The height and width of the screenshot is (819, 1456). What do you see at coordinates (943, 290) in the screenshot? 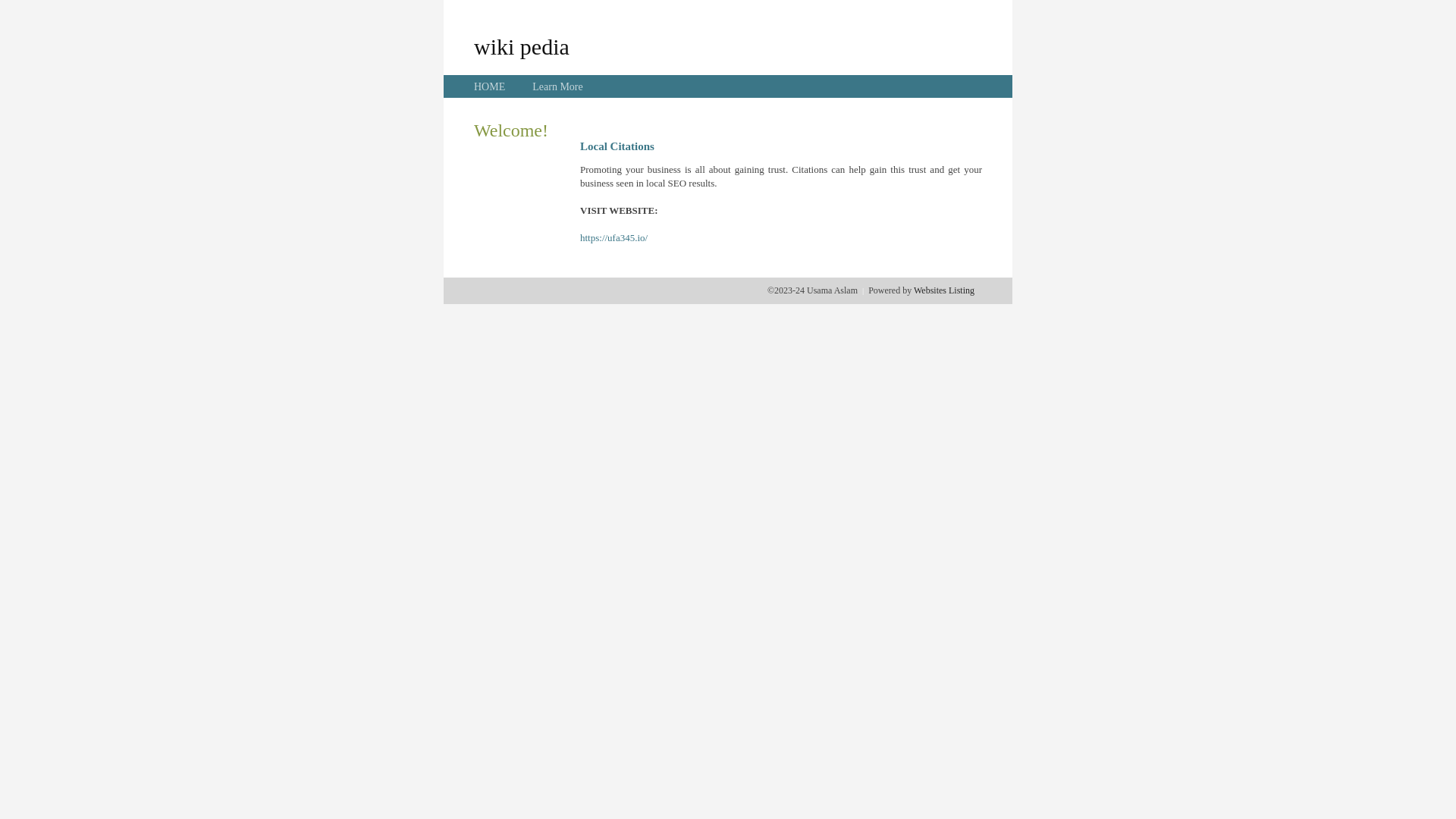
I see `'Websites Listing'` at bounding box center [943, 290].